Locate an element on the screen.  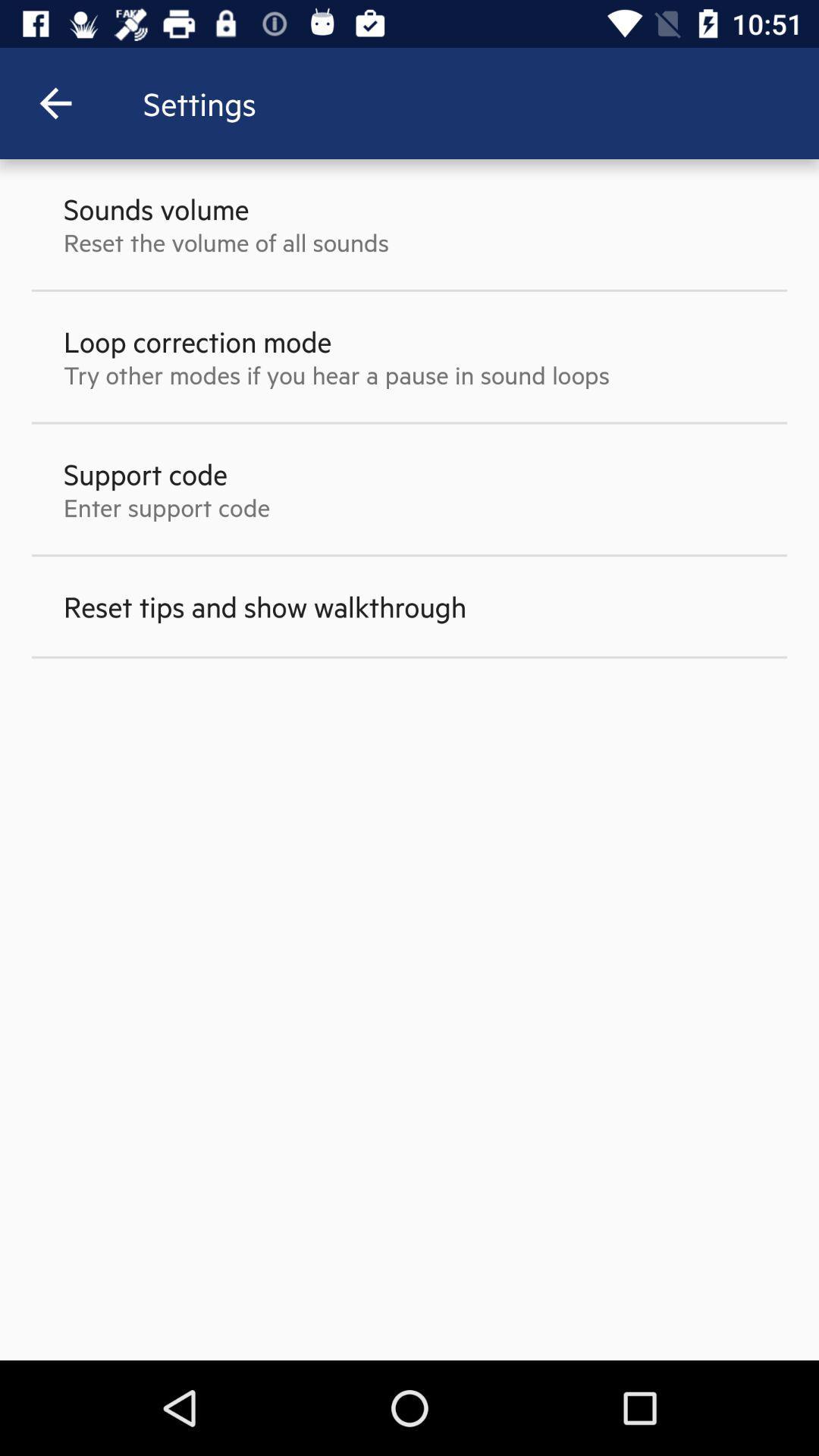
the icon above try other modes icon is located at coordinates (196, 340).